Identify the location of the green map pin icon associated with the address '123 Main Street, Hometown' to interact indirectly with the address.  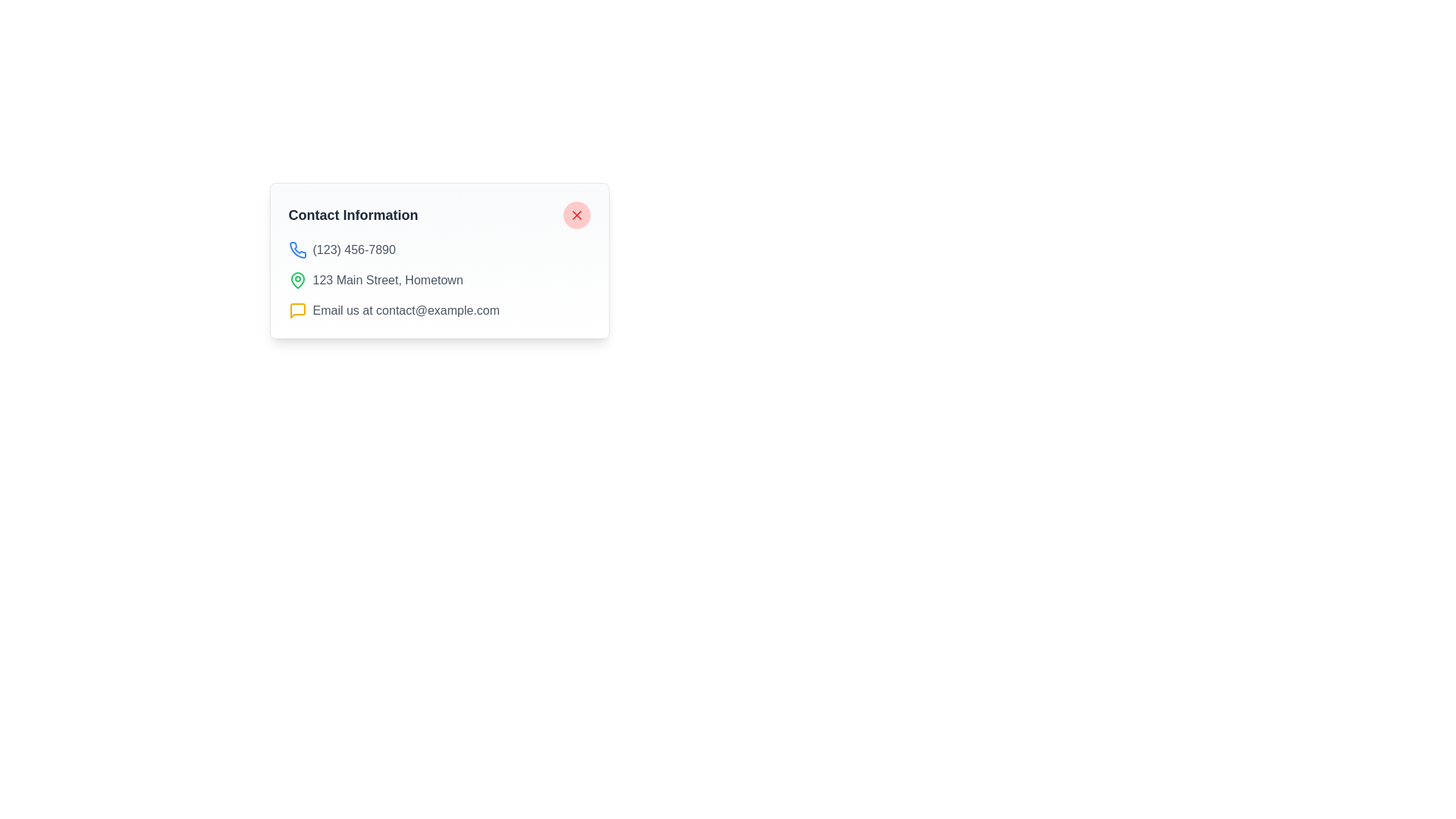
(297, 281).